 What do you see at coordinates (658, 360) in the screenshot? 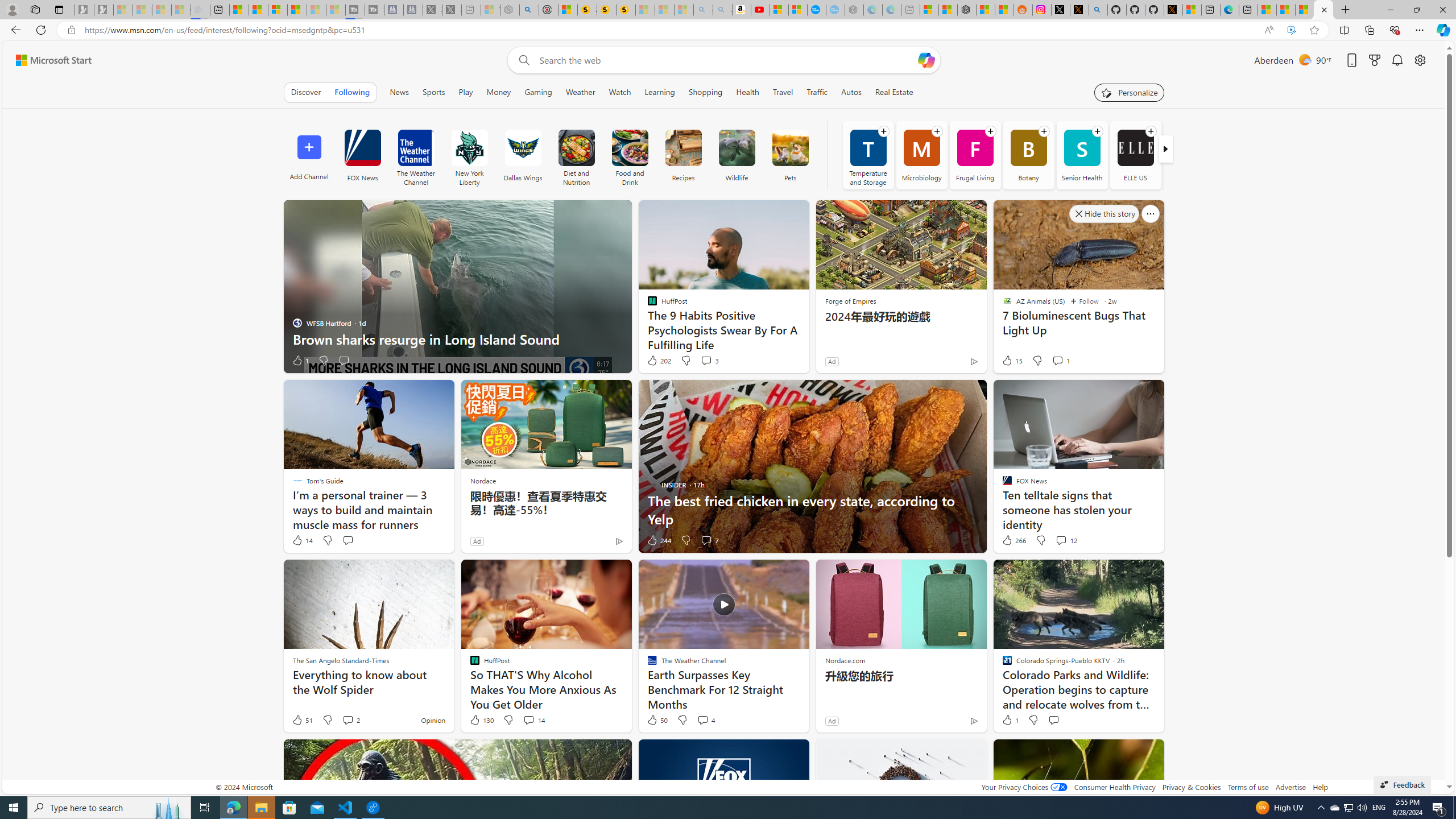
I see `'202 Like'` at bounding box center [658, 360].